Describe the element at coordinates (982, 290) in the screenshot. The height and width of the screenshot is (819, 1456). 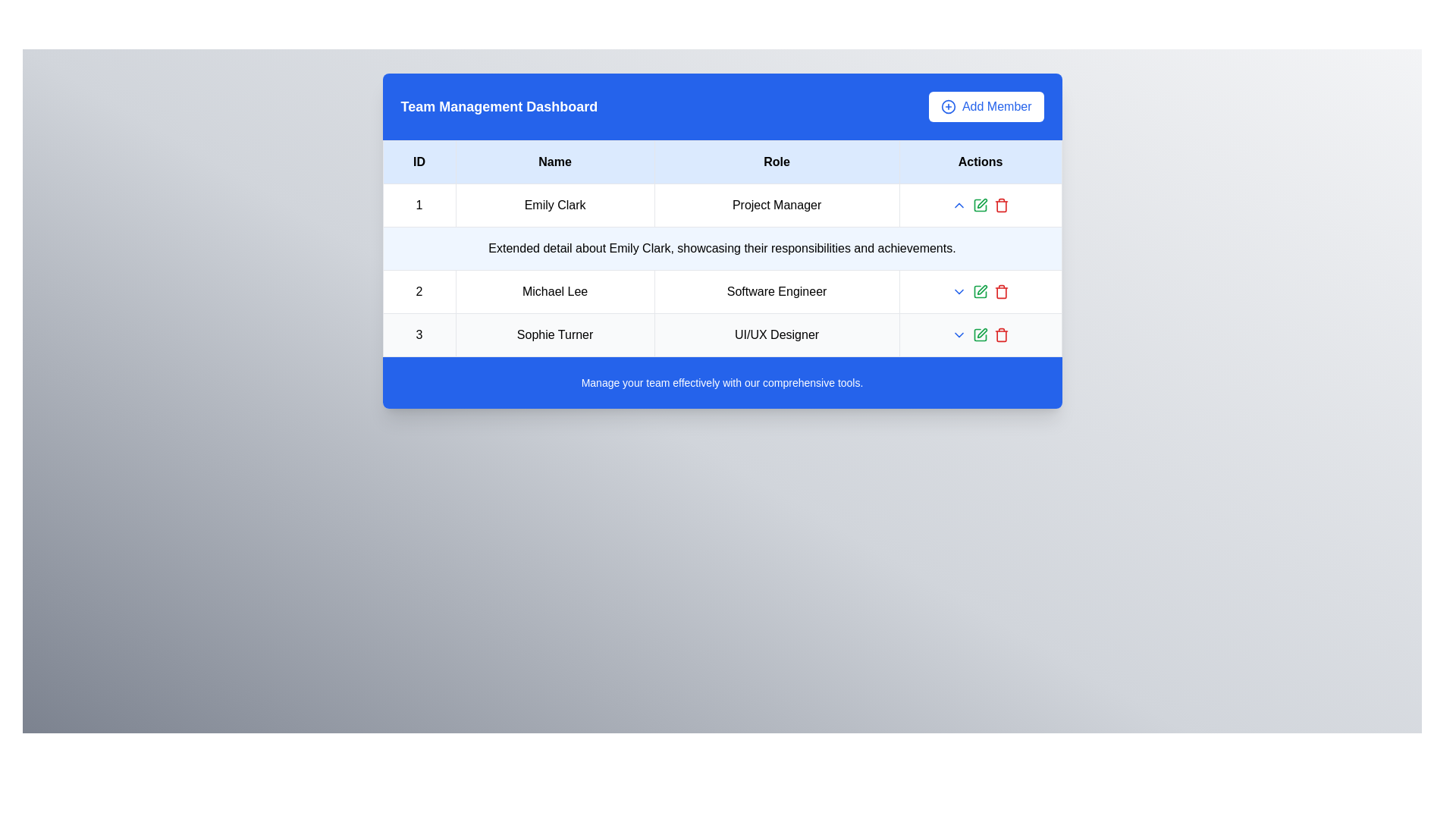
I see `the Edit or Pen Icon in the Actions column of the row for 'Michael Lee'` at that location.